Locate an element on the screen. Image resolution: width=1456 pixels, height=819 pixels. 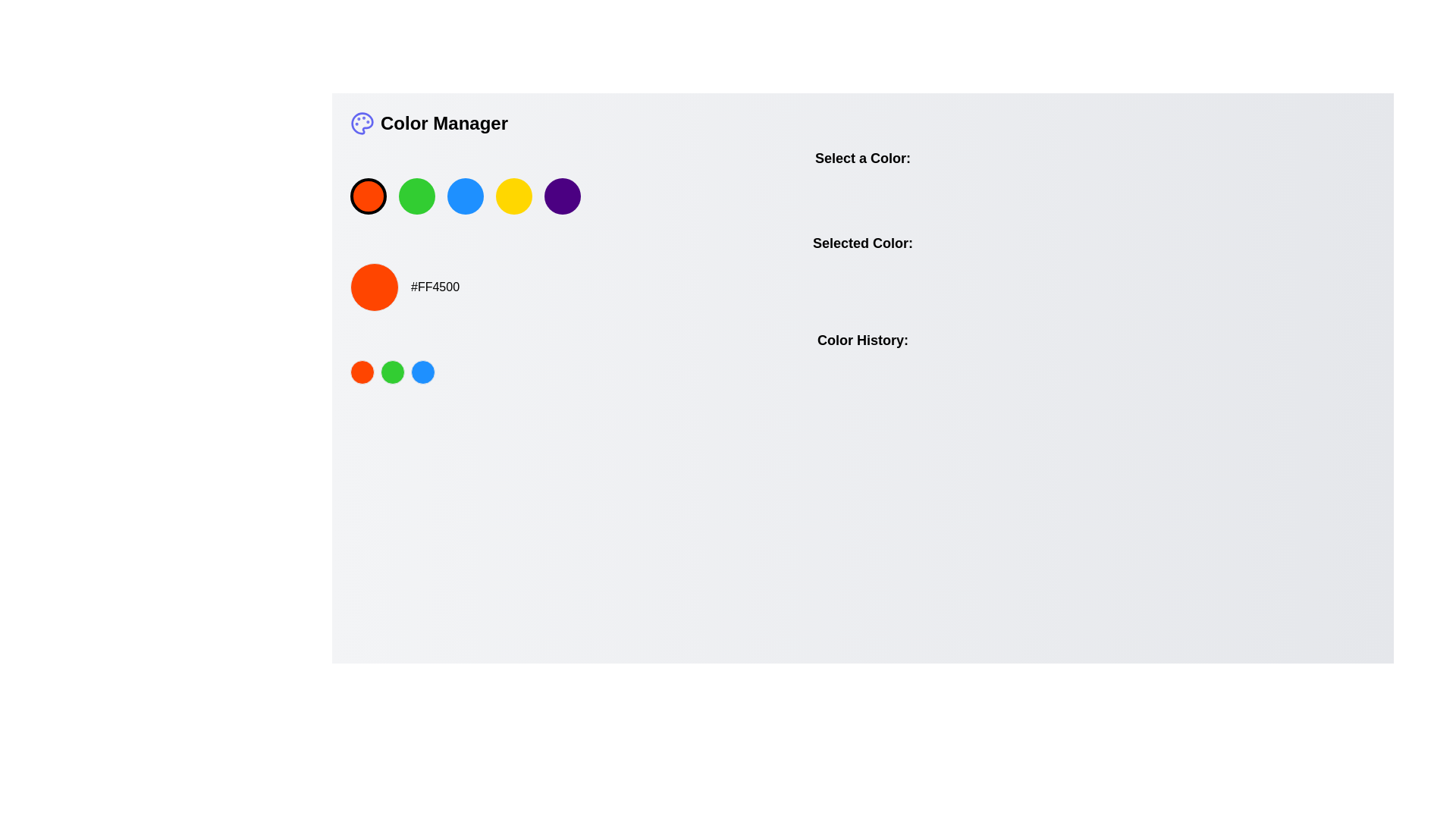
the third circular button for blue color selection located in the bottom-left part of the interface, adjacent to the green and orange buttons is located at coordinates (422, 372).